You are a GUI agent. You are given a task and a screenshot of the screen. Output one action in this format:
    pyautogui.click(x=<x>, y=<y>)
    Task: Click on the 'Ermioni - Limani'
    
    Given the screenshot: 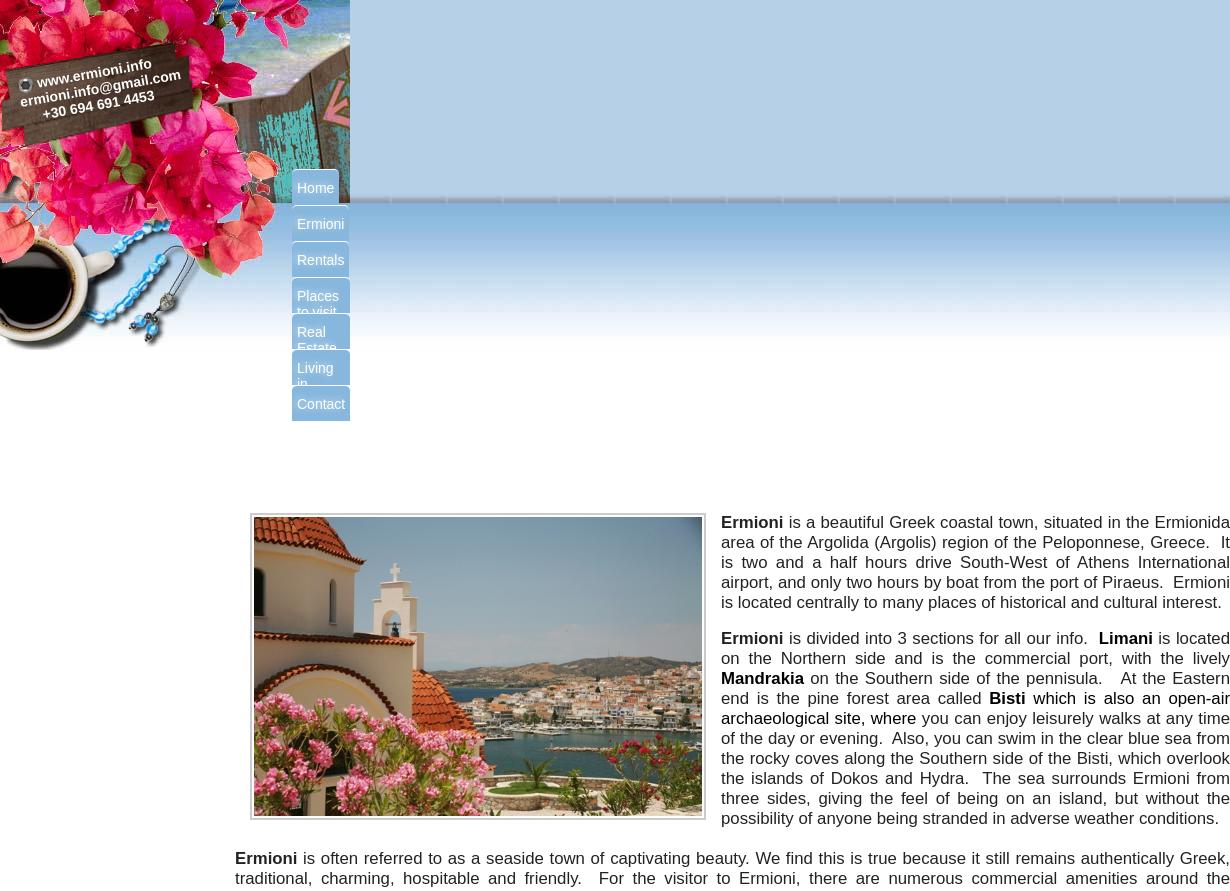 What is the action you would take?
    pyautogui.click(x=731, y=458)
    